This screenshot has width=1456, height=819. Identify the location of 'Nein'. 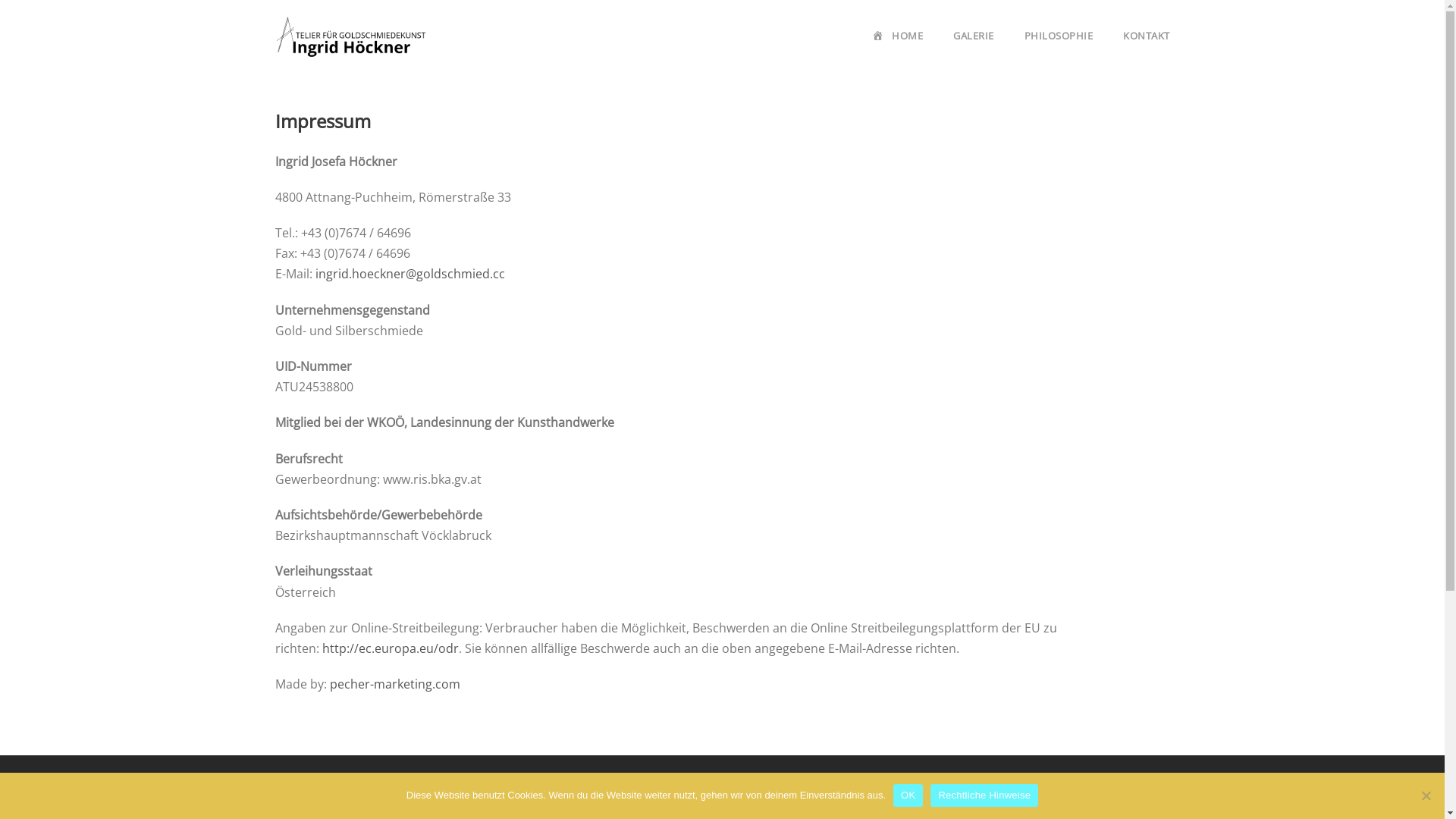
(1425, 795).